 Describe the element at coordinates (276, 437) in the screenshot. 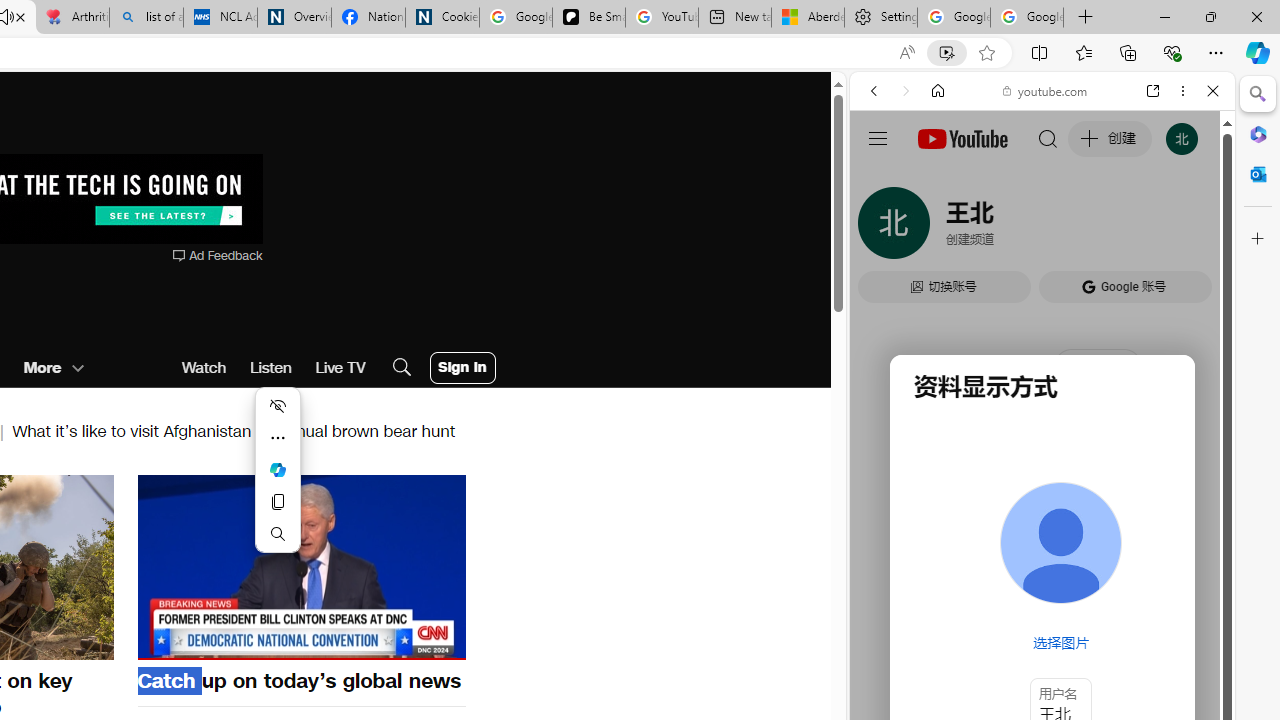

I see `'More actions'` at that location.